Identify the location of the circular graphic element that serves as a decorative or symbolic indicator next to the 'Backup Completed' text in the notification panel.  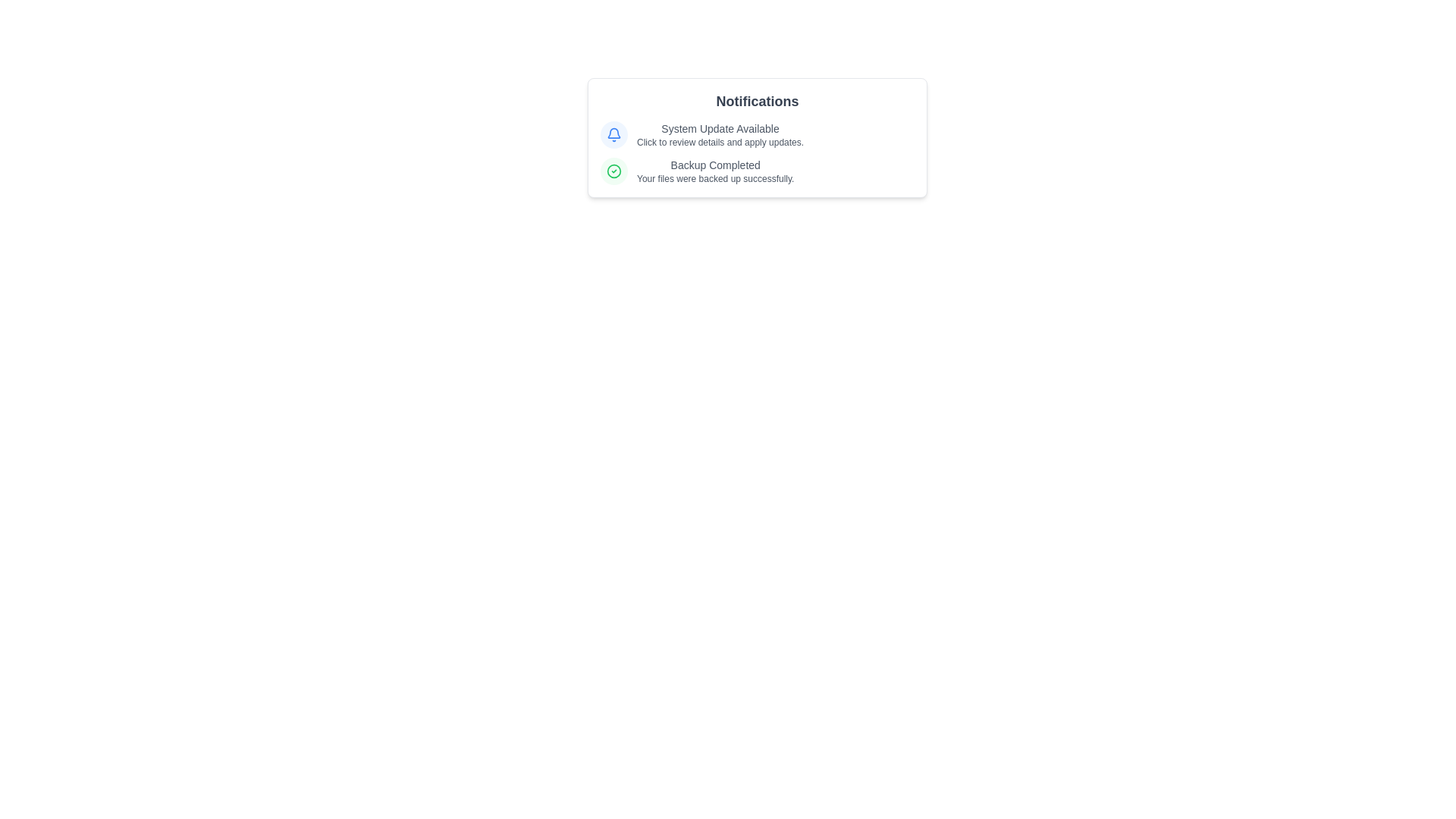
(614, 171).